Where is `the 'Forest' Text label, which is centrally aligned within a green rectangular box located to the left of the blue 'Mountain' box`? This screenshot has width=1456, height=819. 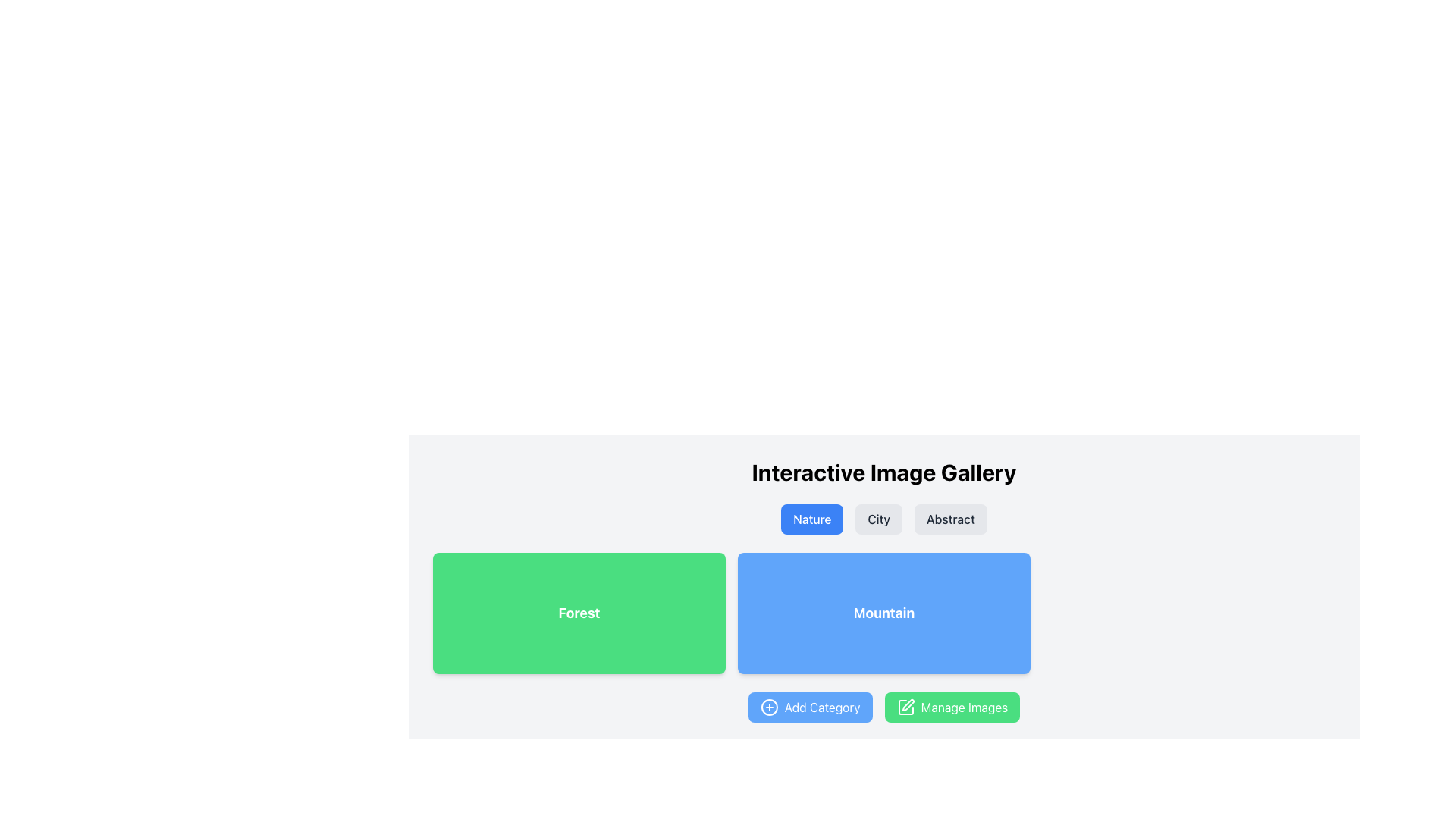
the 'Forest' Text label, which is centrally aligned within a green rectangular box located to the left of the blue 'Mountain' box is located at coordinates (578, 613).